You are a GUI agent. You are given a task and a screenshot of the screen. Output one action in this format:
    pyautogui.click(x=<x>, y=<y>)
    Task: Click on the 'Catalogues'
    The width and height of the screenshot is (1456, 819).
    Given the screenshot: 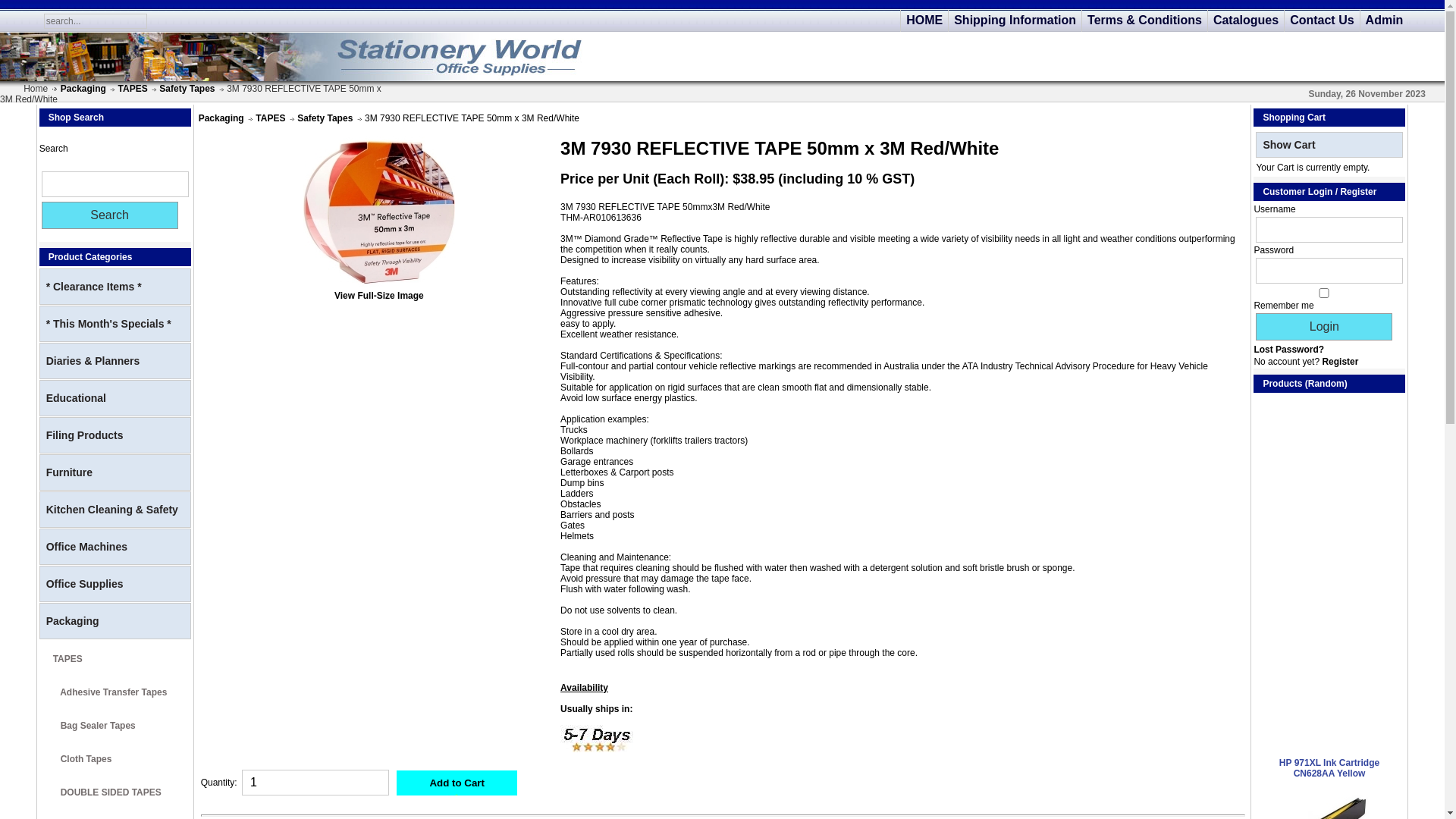 What is the action you would take?
    pyautogui.click(x=1245, y=20)
    